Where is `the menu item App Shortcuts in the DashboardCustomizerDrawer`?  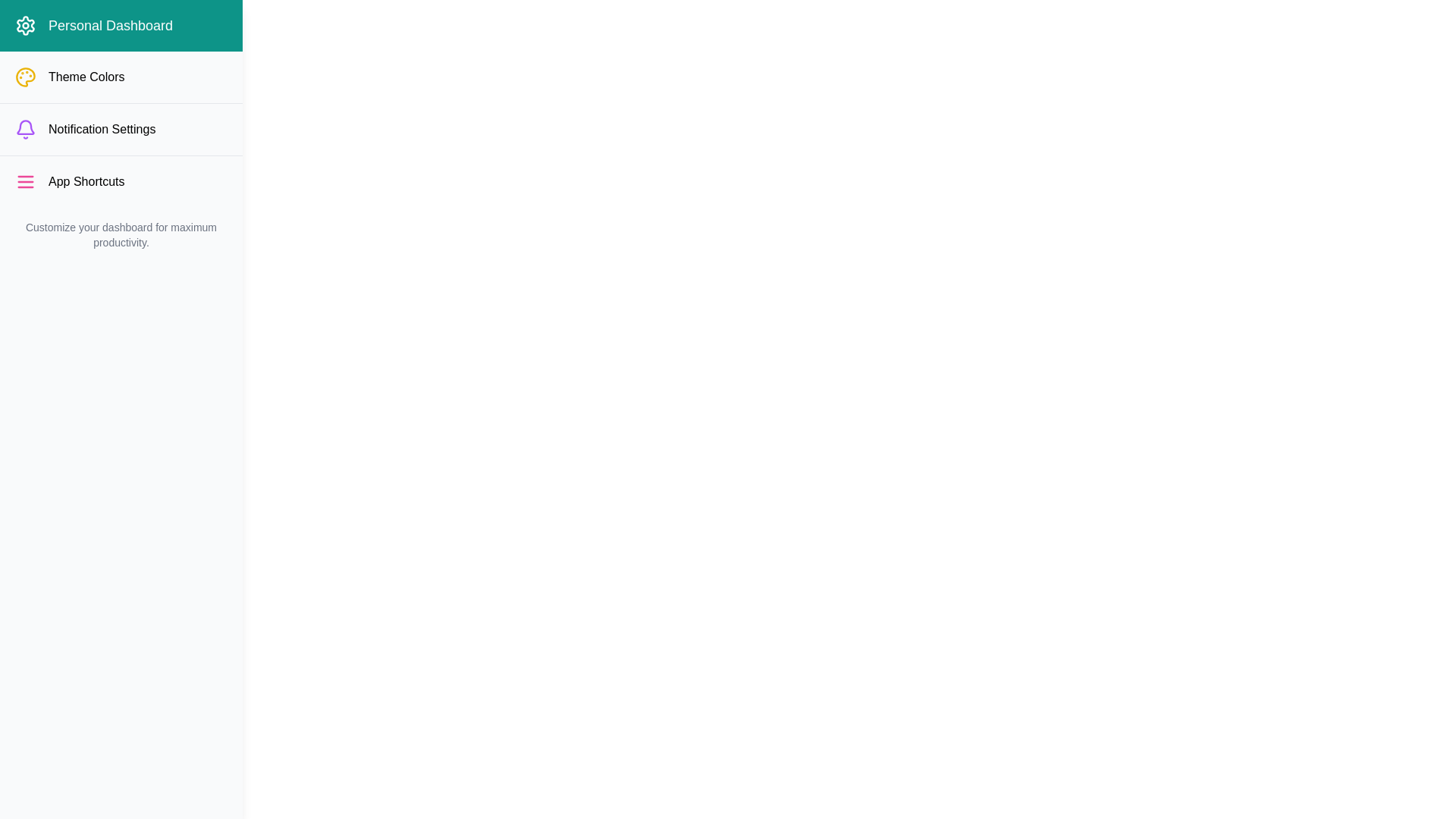
the menu item App Shortcuts in the DashboardCustomizerDrawer is located at coordinates (120, 180).